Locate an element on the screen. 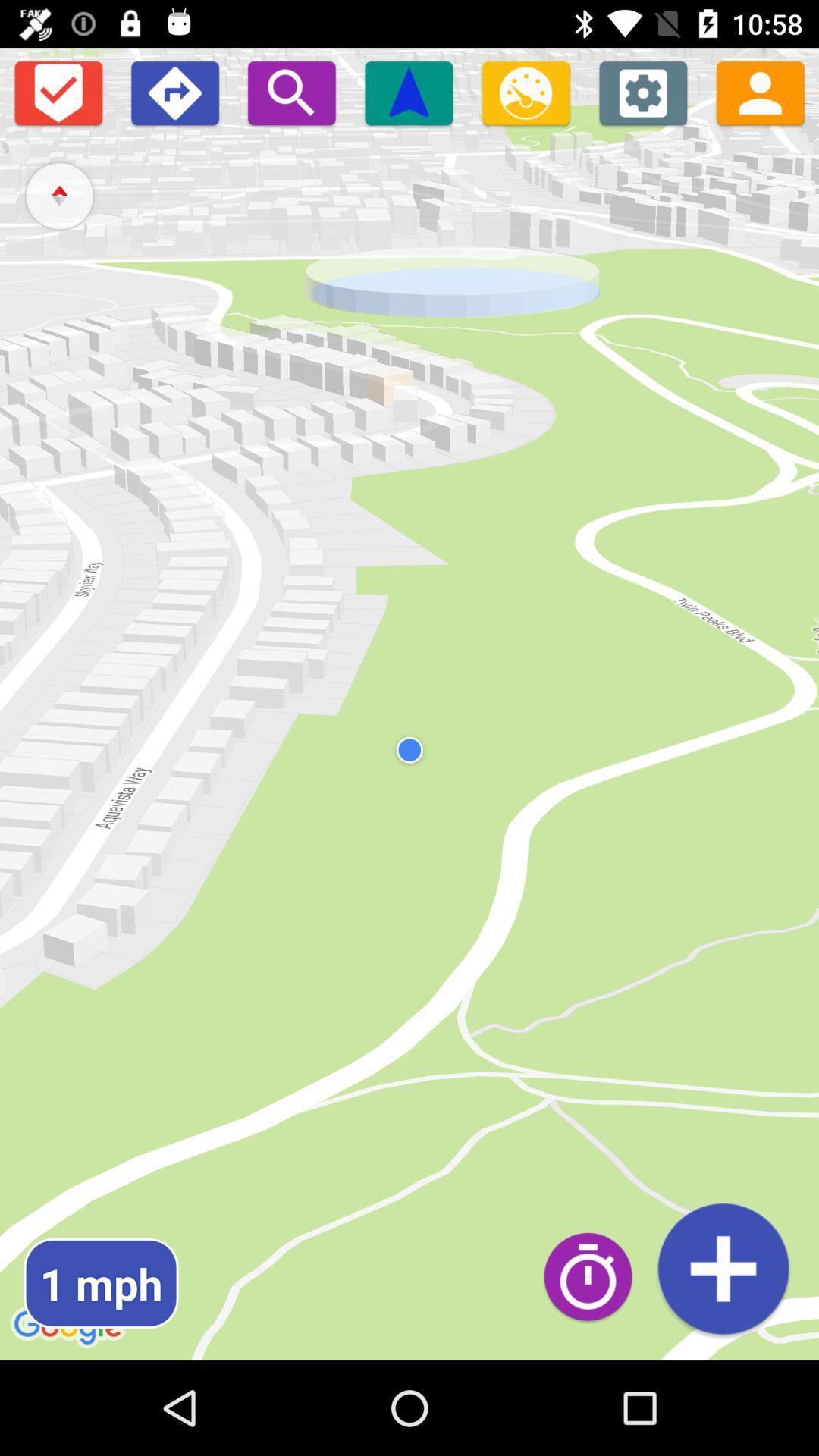 Image resolution: width=819 pixels, height=1456 pixels. timer toggle is located at coordinates (595, 1276).